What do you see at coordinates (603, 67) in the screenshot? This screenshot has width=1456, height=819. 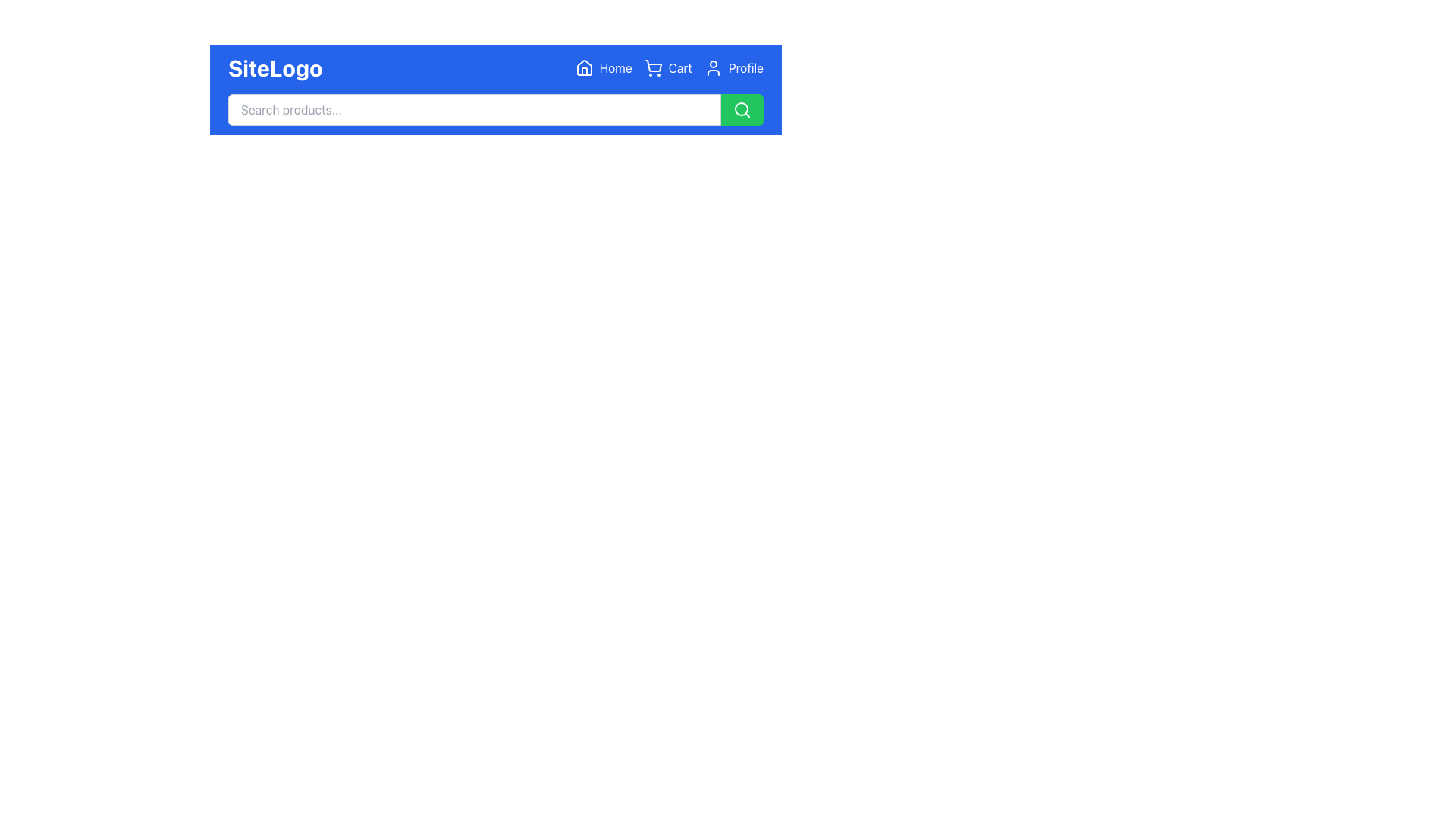 I see `the 'Home' button, which features a house-shaped icon and white text on a blue background, located at the top-right of the navigation bar` at bounding box center [603, 67].